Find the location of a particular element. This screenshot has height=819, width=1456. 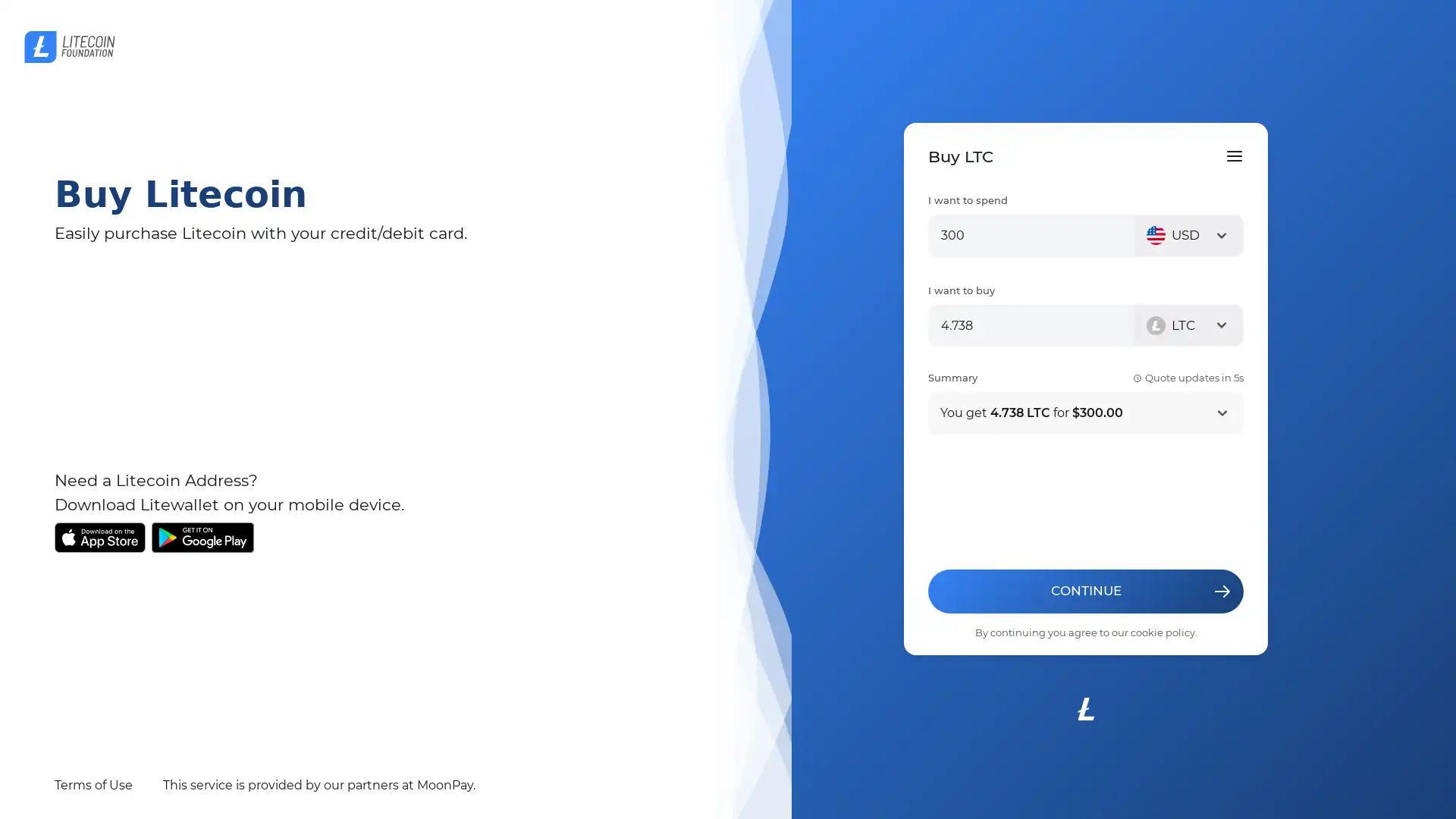

USD is located at coordinates (1187, 234).